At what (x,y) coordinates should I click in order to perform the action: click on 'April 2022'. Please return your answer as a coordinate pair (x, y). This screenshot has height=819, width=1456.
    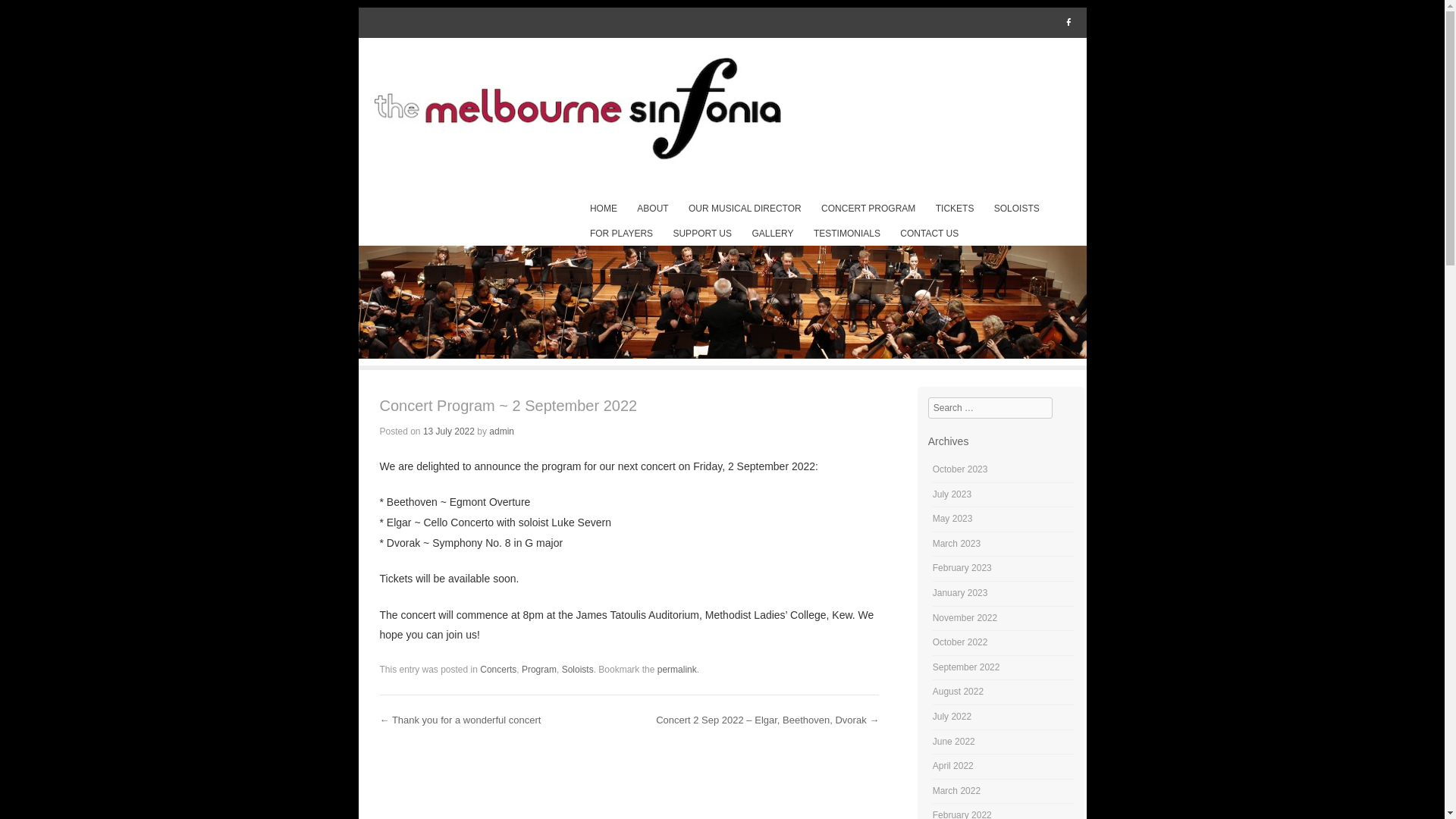
    Looking at the image, I should click on (952, 766).